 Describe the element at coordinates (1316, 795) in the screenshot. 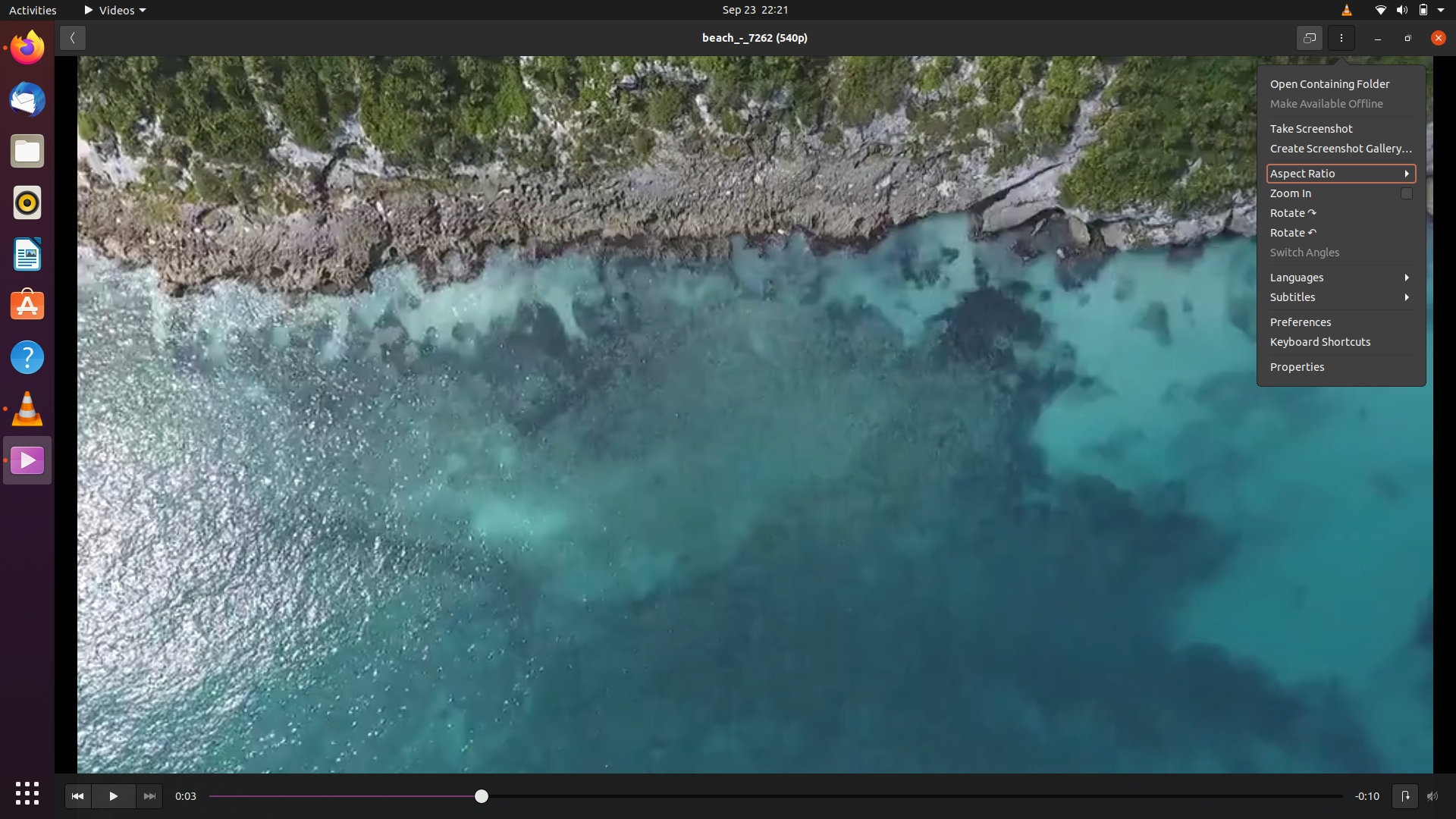

I see `Go to the finishing point of the playing video` at that location.